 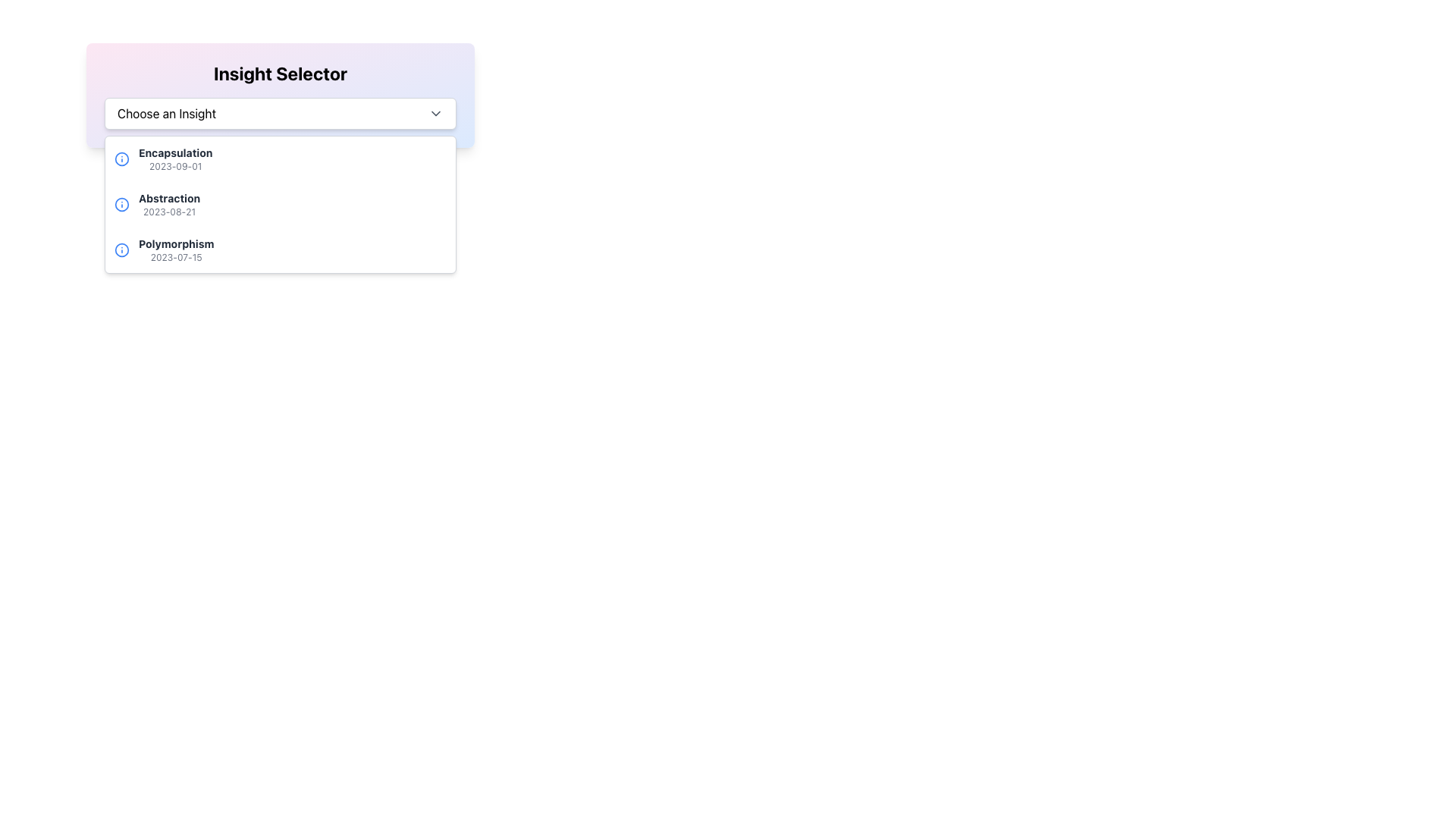 What do you see at coordinates (176, 243) in the screenshot?
I see `the 'Polymorphism' text label within the dropdown menu under the 'Insight Selector' header` at bounding box center [176, 243].